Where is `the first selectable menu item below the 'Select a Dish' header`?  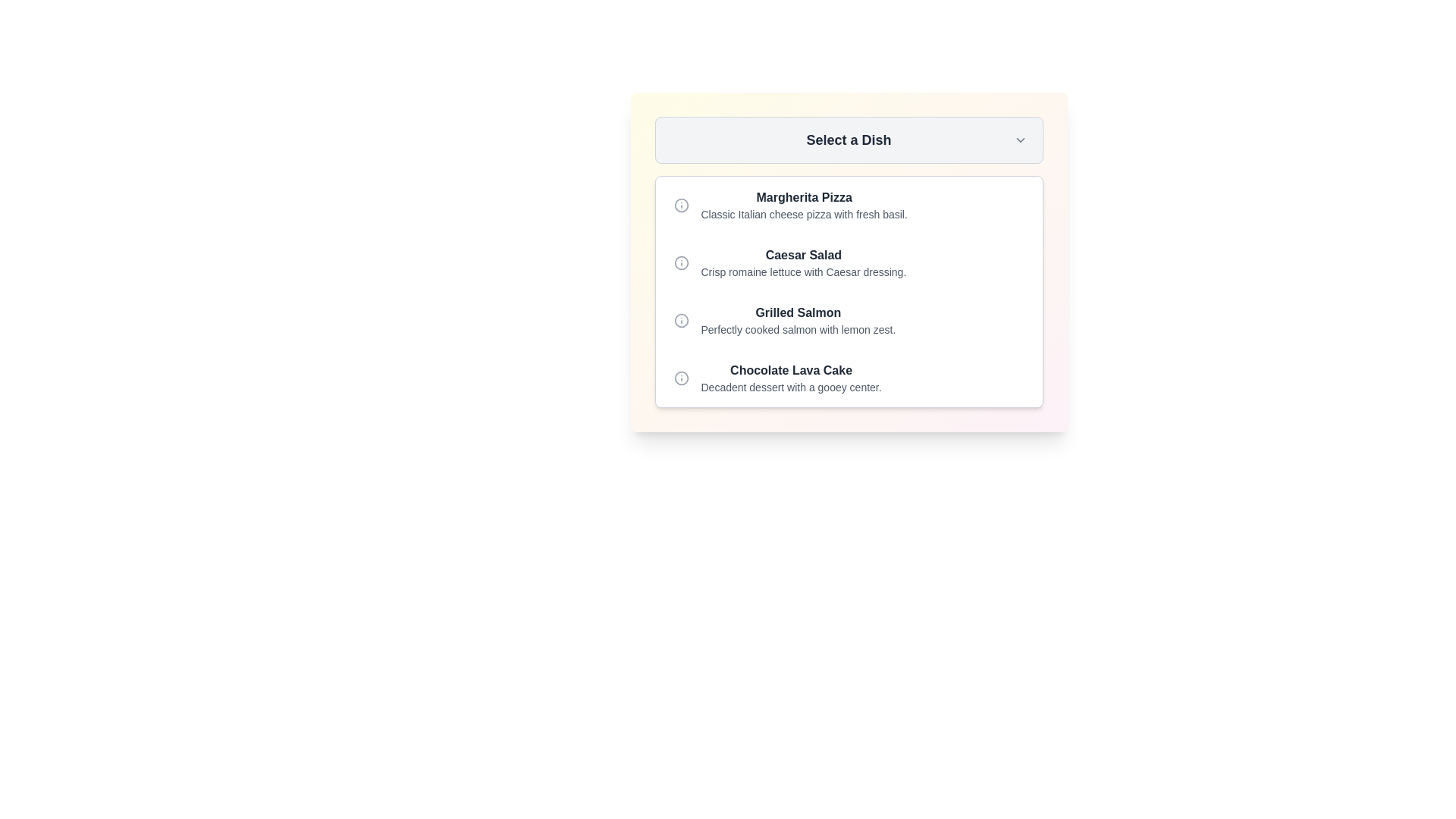
the first selectable menu item below the 'Select a Dish' header is located at coordinates (848, 205).